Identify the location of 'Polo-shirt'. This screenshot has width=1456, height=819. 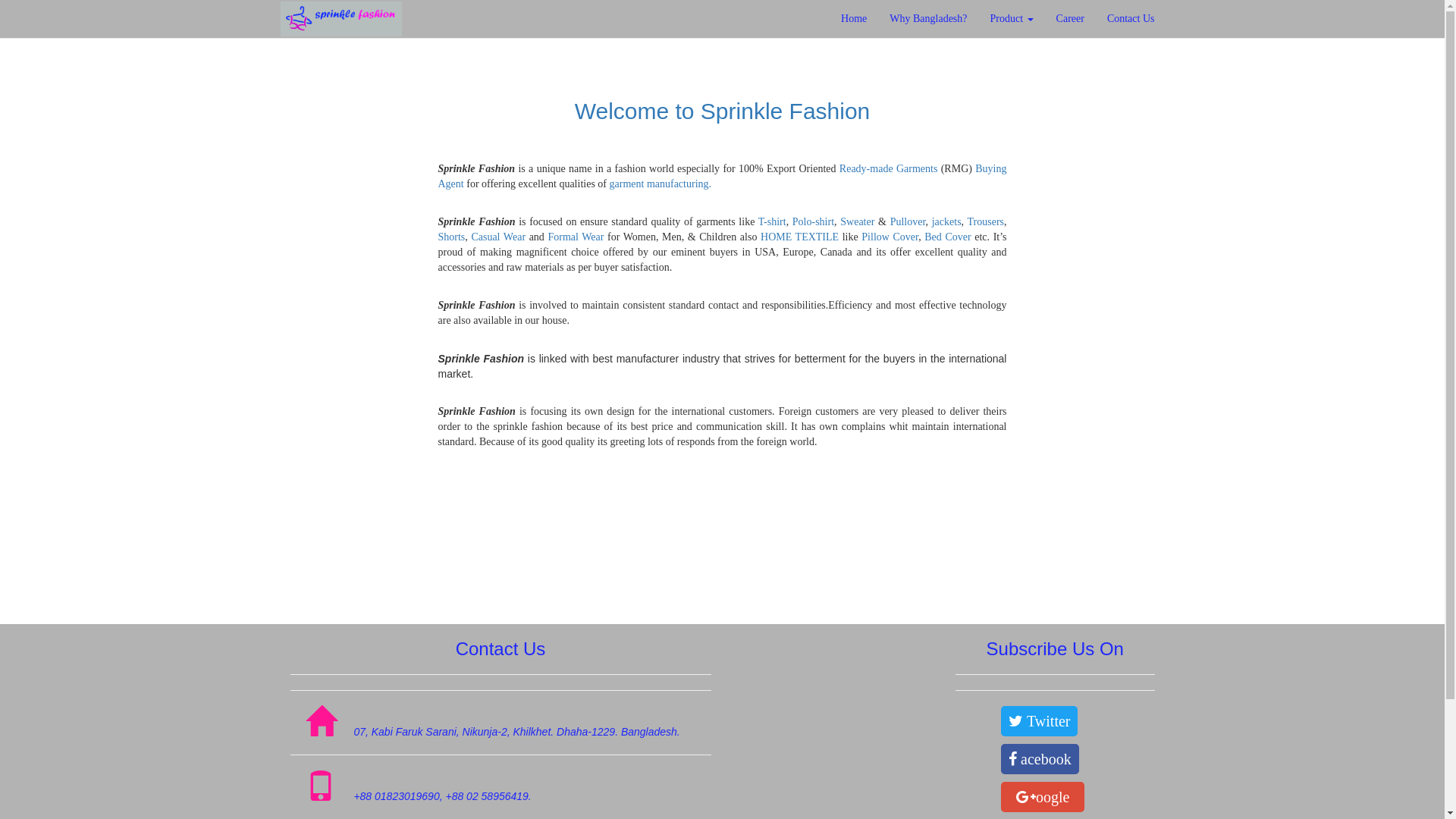
(812, 221).